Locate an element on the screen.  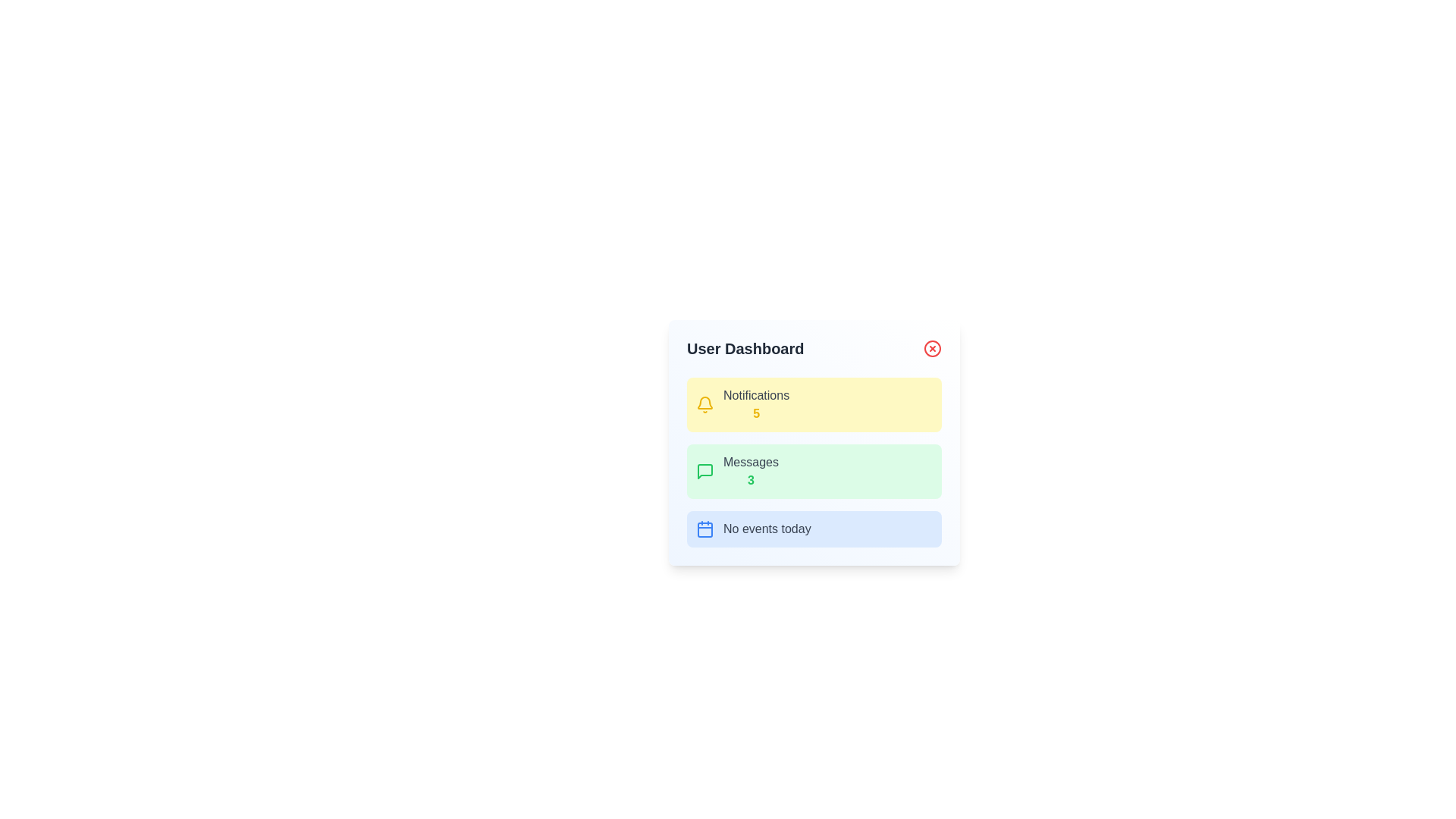
the SVG Circle Component, which serves as a decorative boundary for the close icon located at the top-right corner of the User Dashboard interface card is located at coordinates (931, 348).